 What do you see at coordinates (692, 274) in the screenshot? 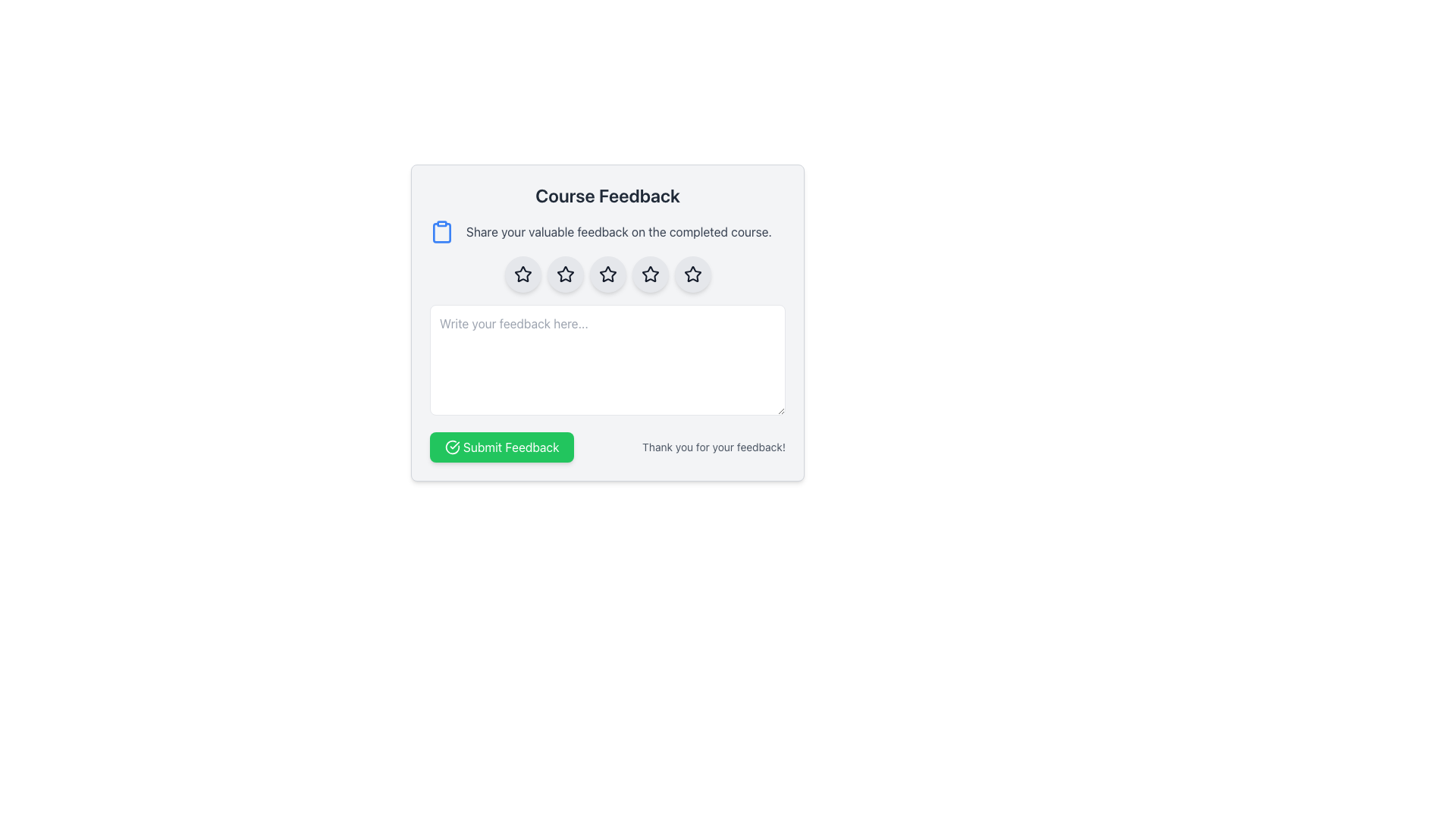
I see `the fifth star icon in the row of rating stars` at bounding box center [692, 274].